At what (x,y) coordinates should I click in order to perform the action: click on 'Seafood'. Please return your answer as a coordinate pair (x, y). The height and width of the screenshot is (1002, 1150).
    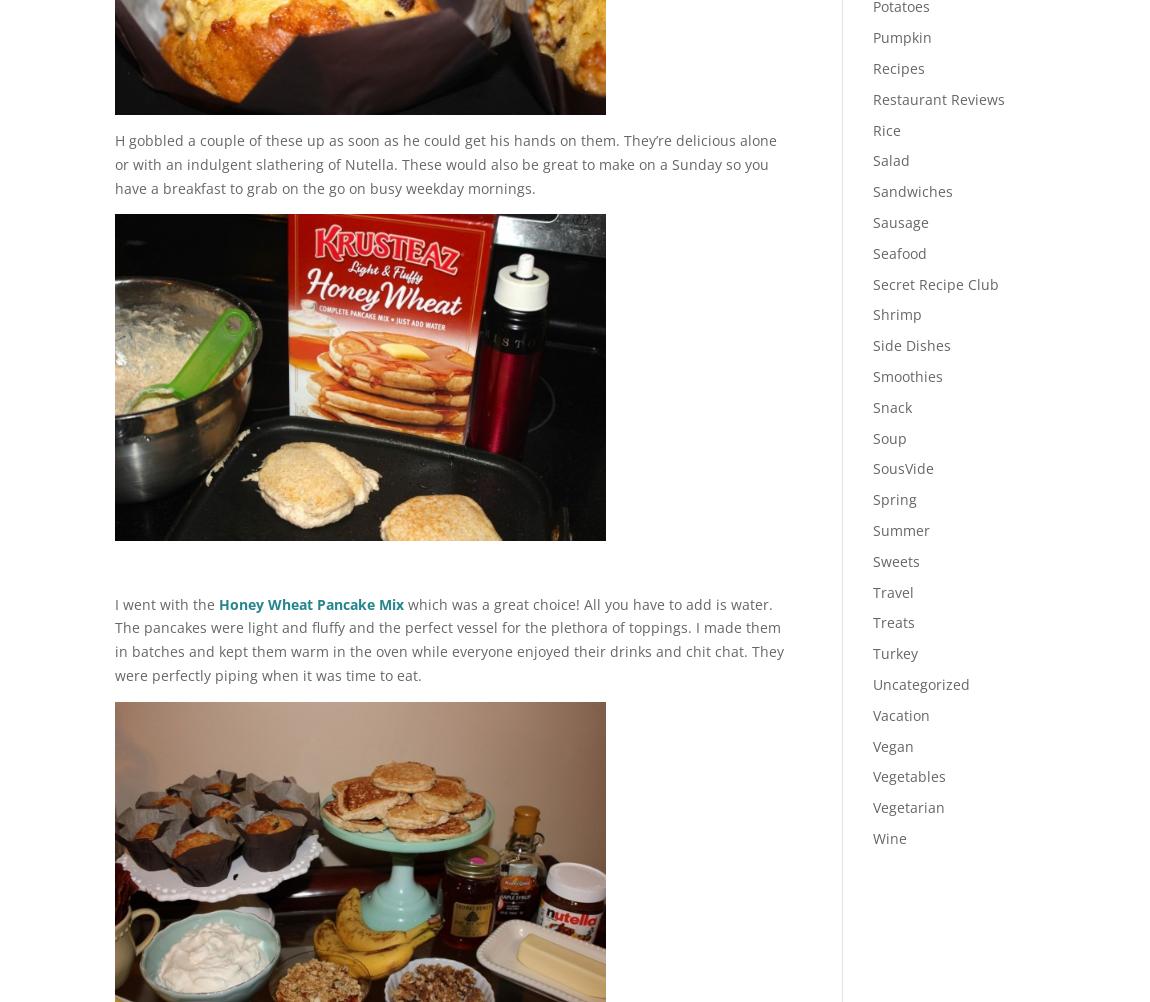
    Looking at the image, I should click on (872, 251).